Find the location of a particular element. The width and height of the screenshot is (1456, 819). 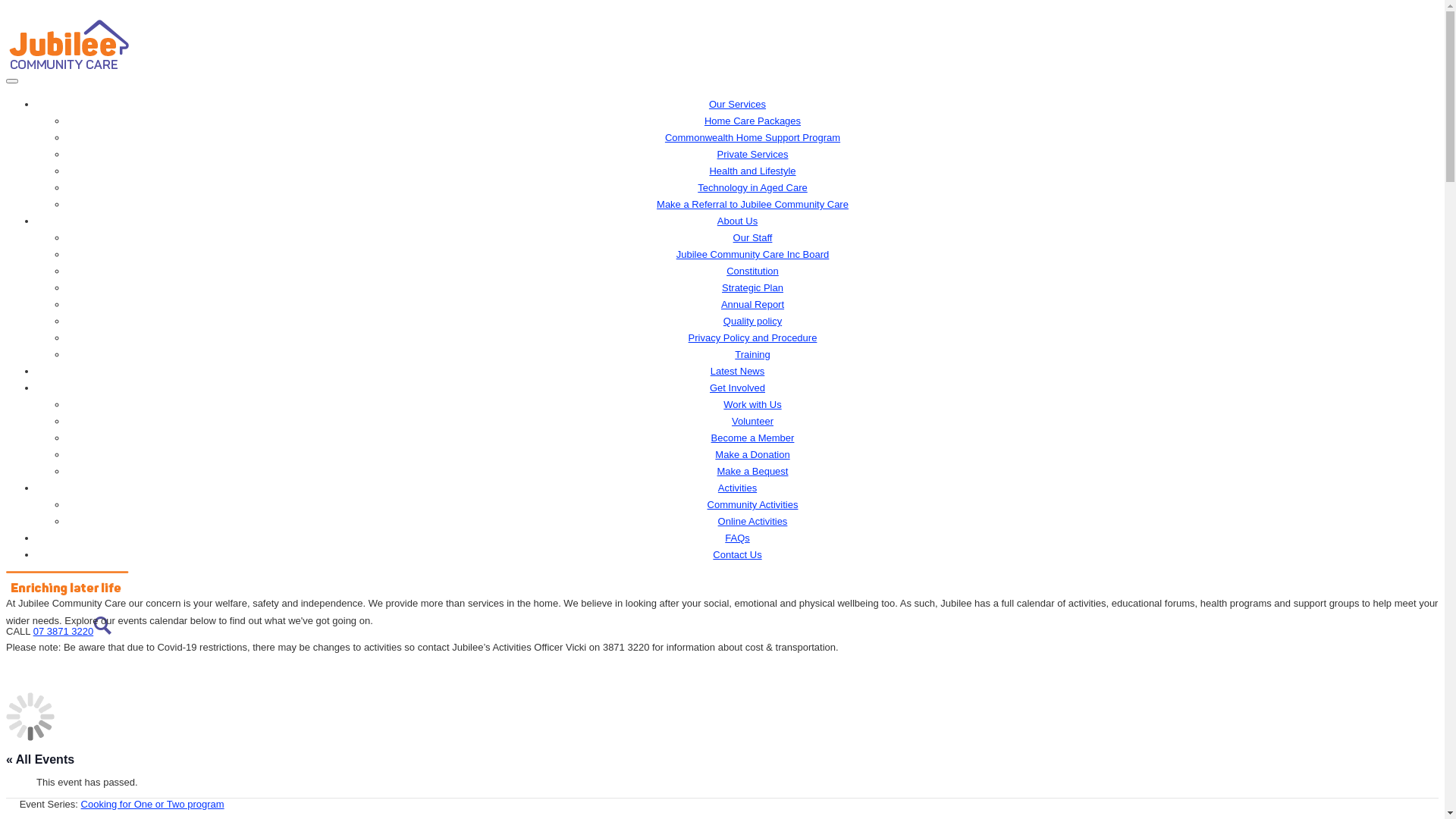

'Quality policy' is located at coordinates (752, 320).